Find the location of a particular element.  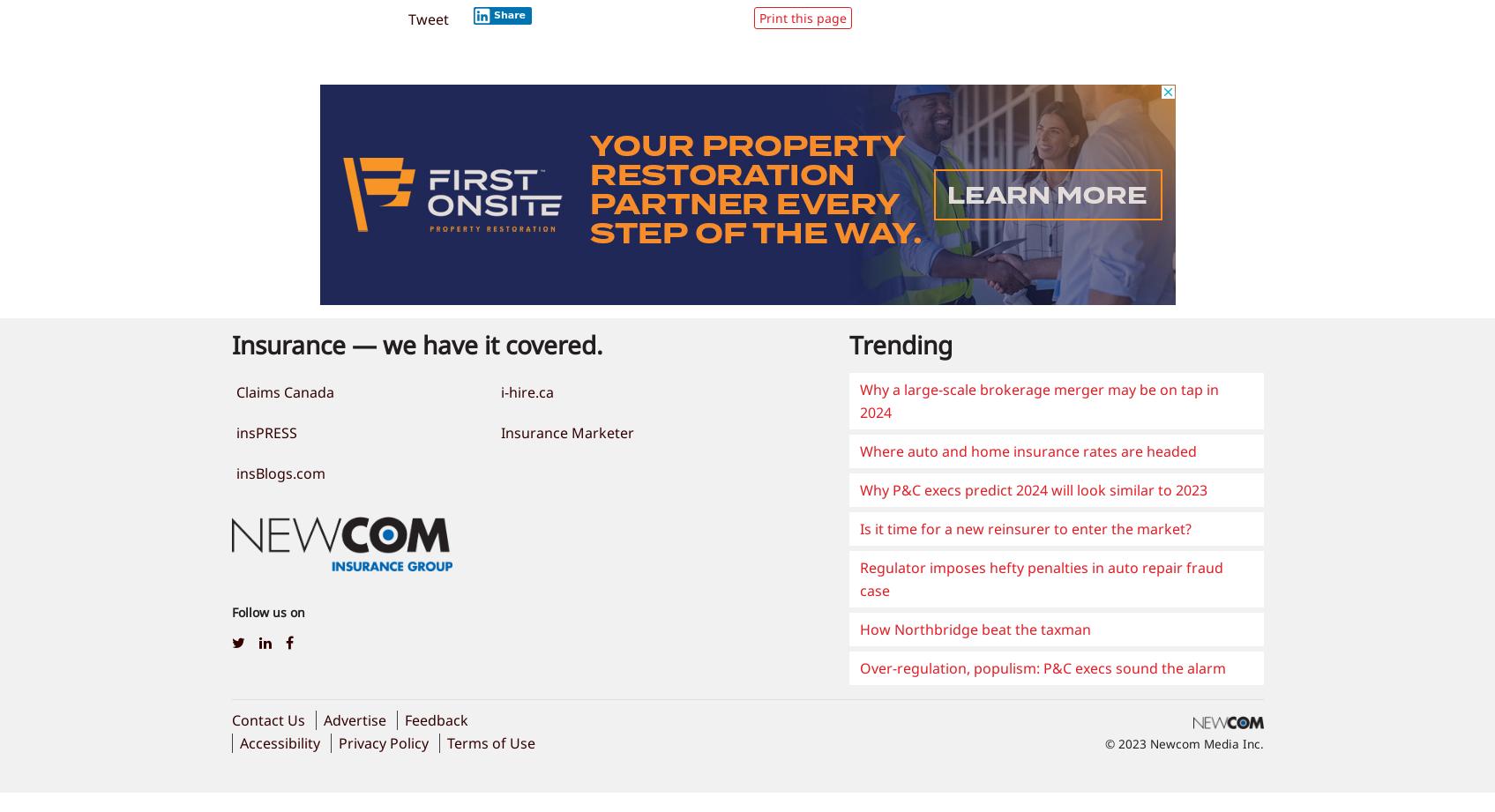

'Insurance Marketer' is located at coordinates (565, 430).